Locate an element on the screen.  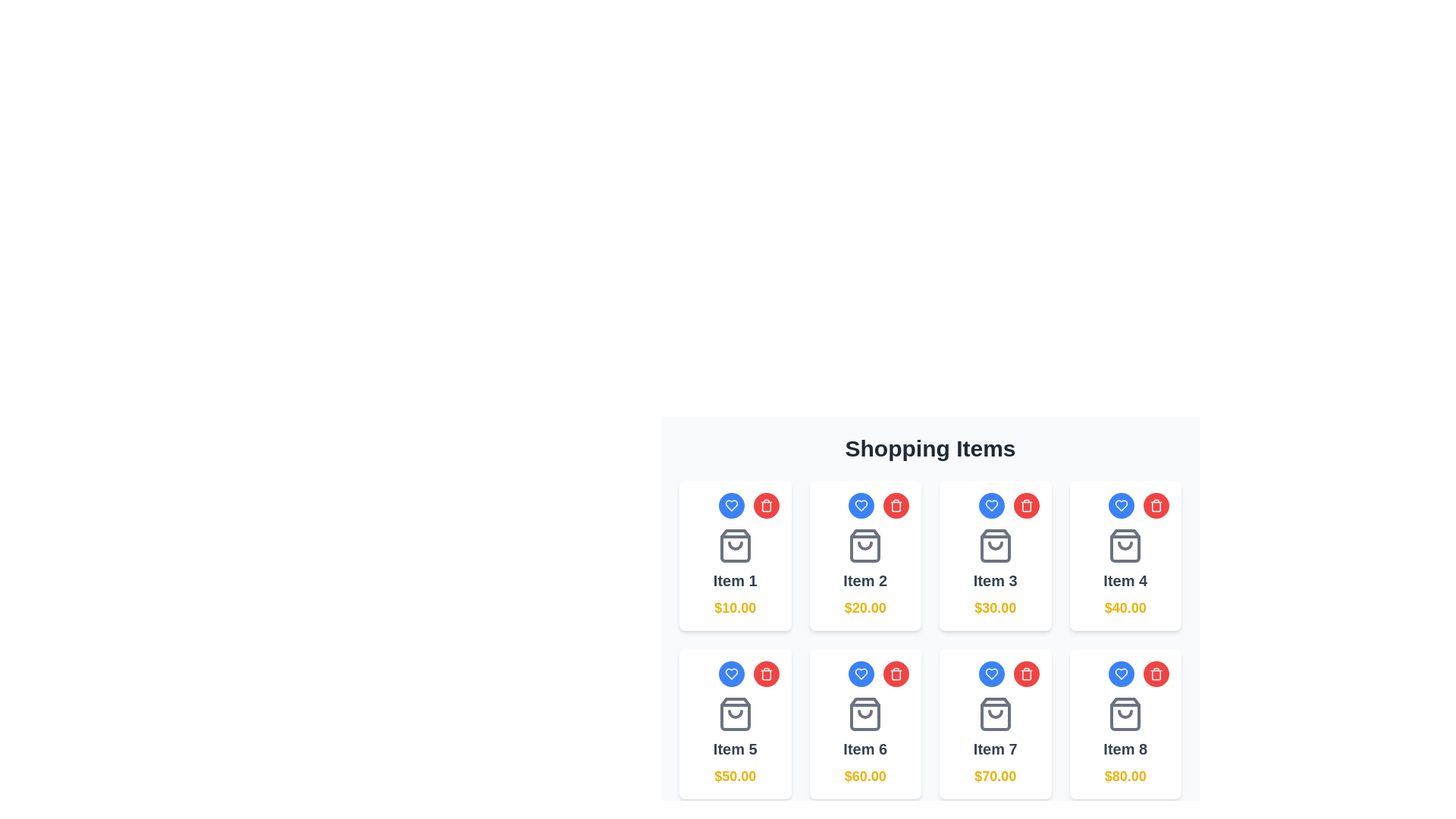
the red circular icon button with a trash can icon located in the top-right corner of the third item in the top row of a 4x2 grid layout is located at coordinates (1026, 506).